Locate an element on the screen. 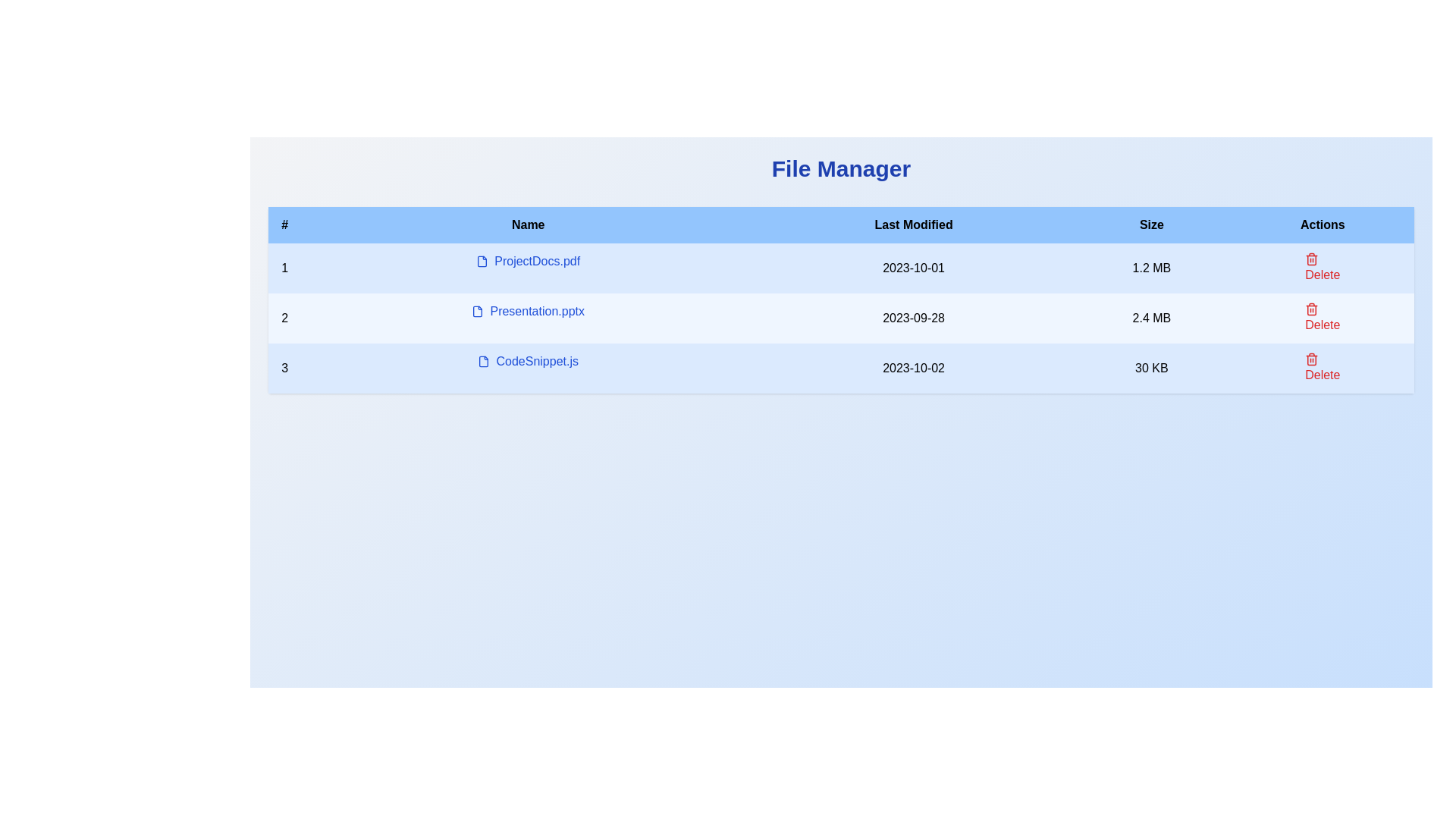 The height and width of the screenshot is (819, 1456). the icon representing the file type or status of the document 'ProjectDocs.pdf', which is located in the first row of the table under the 'Name' column is located at coordinates (482, 260).